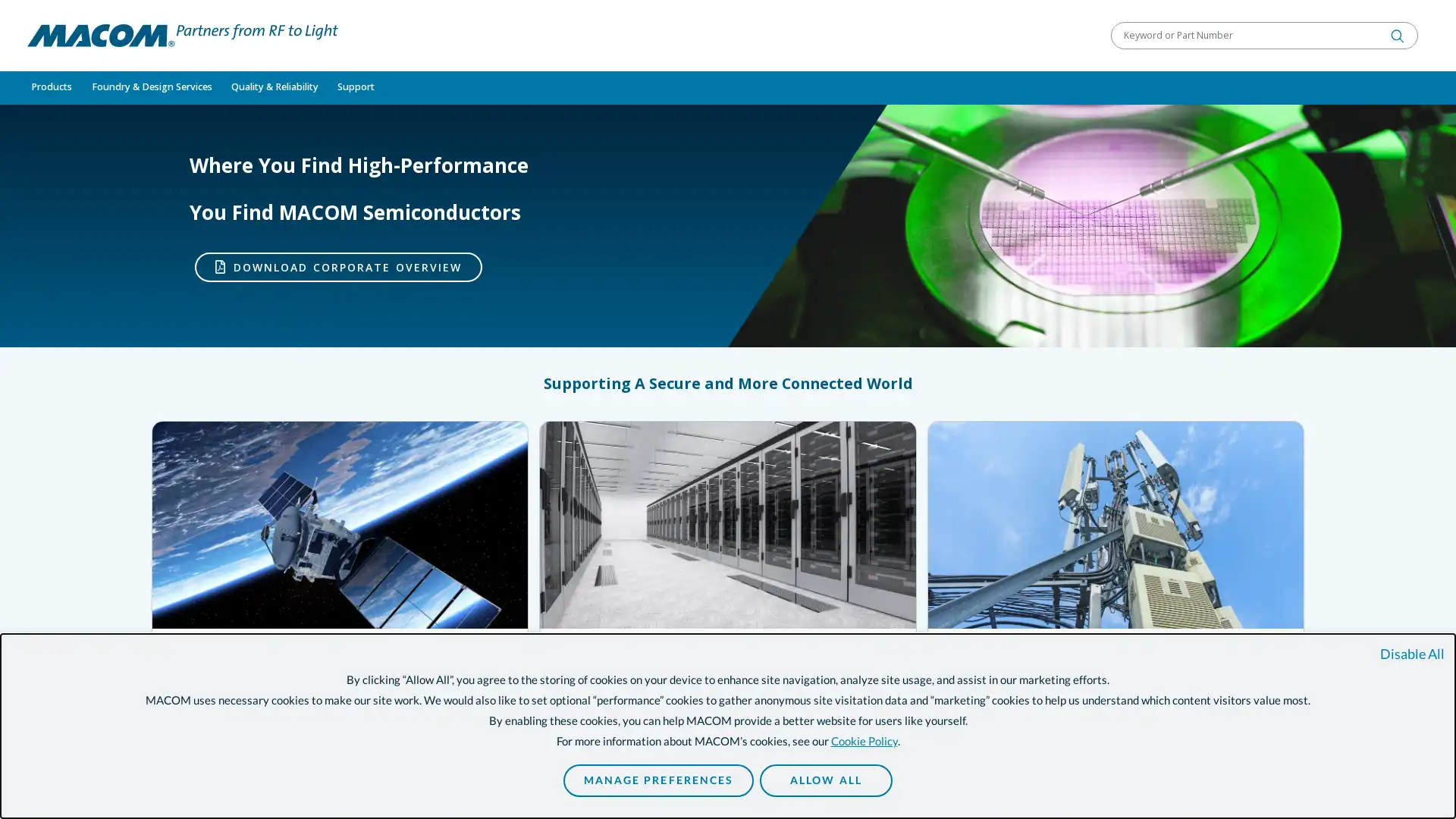 This screenshot has width=1456, height=819. Describe the element at coordinates (658, 780) in the screenshot. I see `MANAGE PREFERENCES` at that location.